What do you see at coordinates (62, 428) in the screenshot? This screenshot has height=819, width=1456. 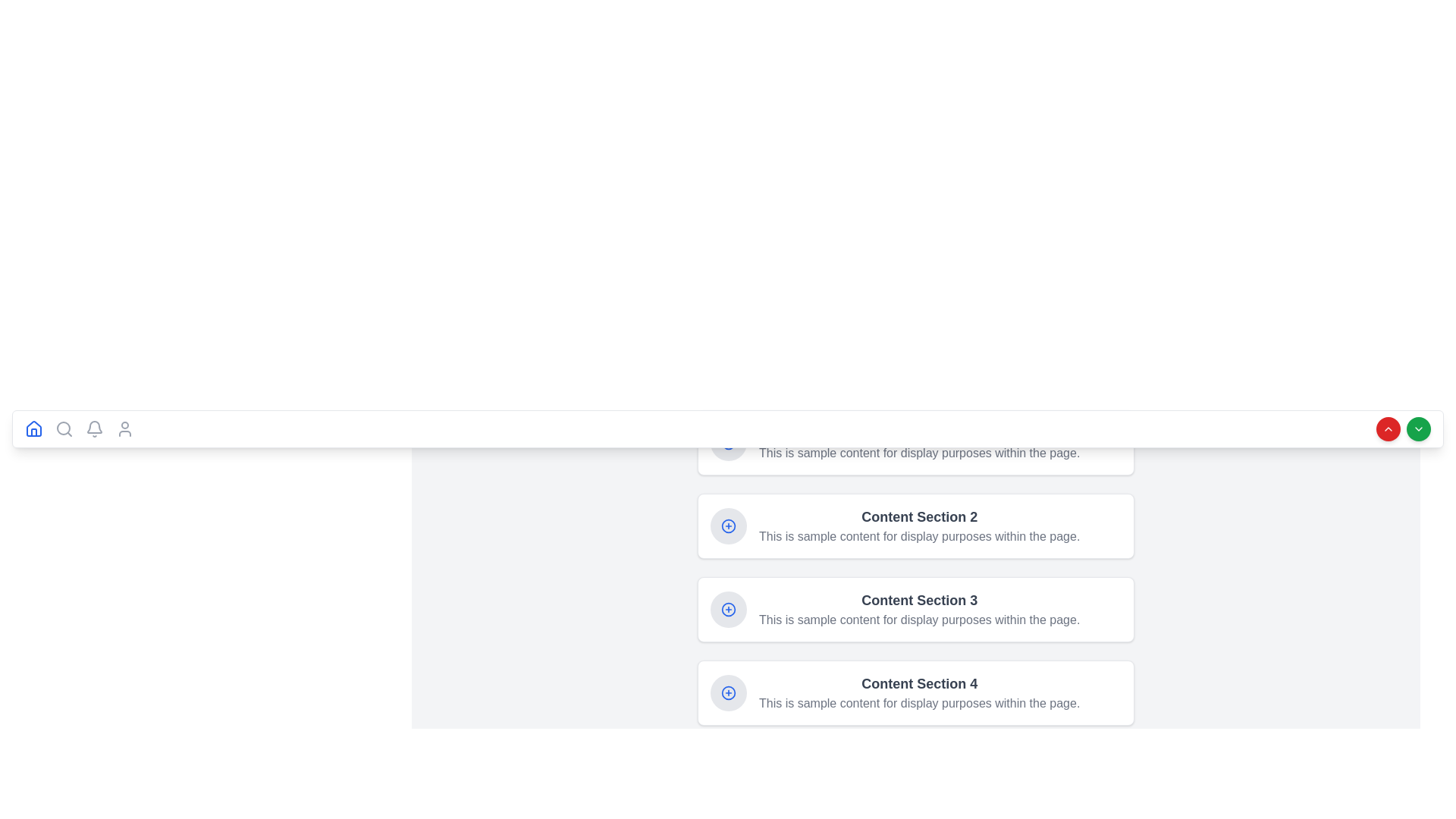 I see `the circular shape representing the lens of the magnifying glass in the search icon located in the navigation bar` at bounding box center [62, 428].